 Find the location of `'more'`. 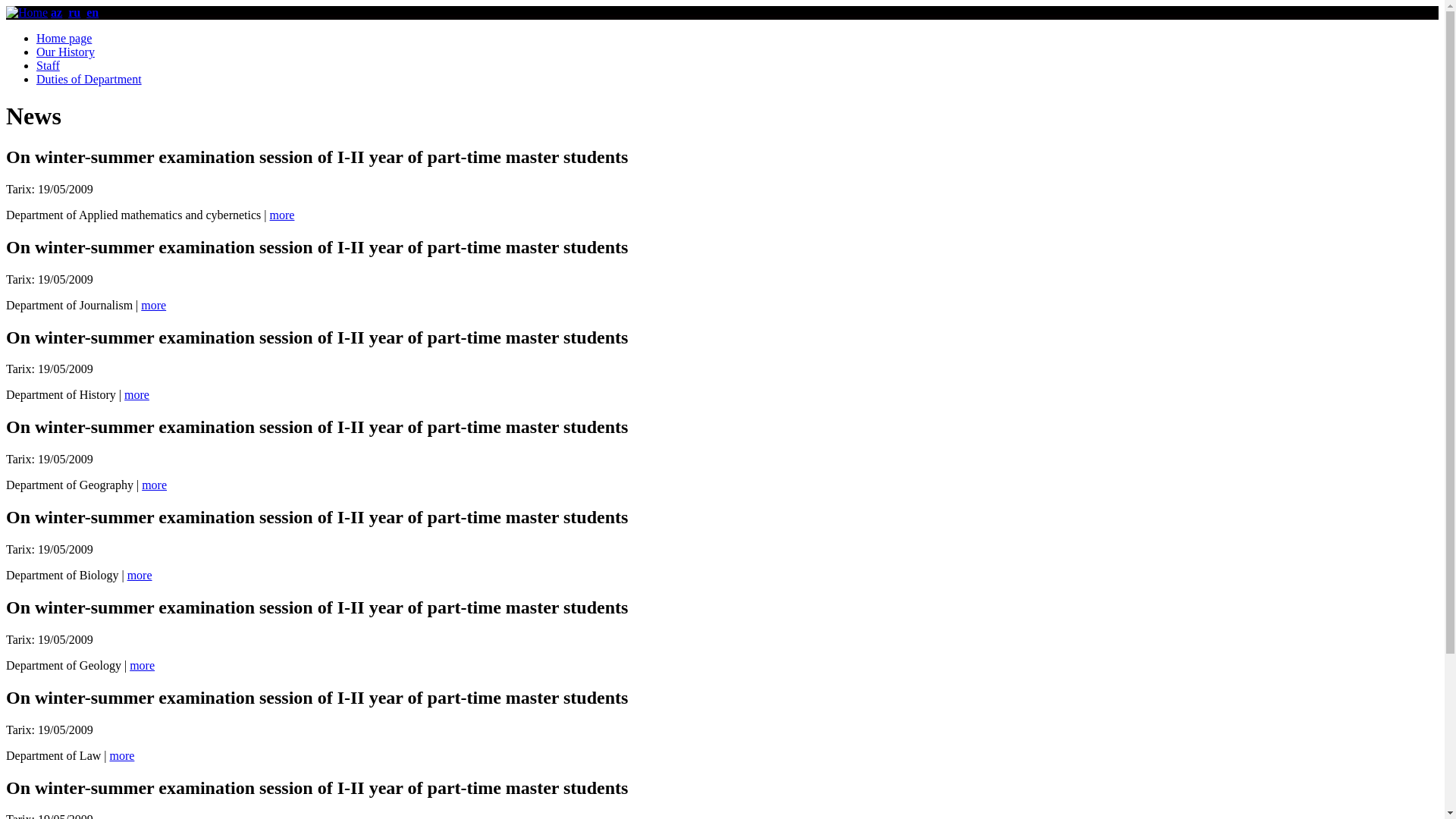

'more' is located at coordinates (108, 755).